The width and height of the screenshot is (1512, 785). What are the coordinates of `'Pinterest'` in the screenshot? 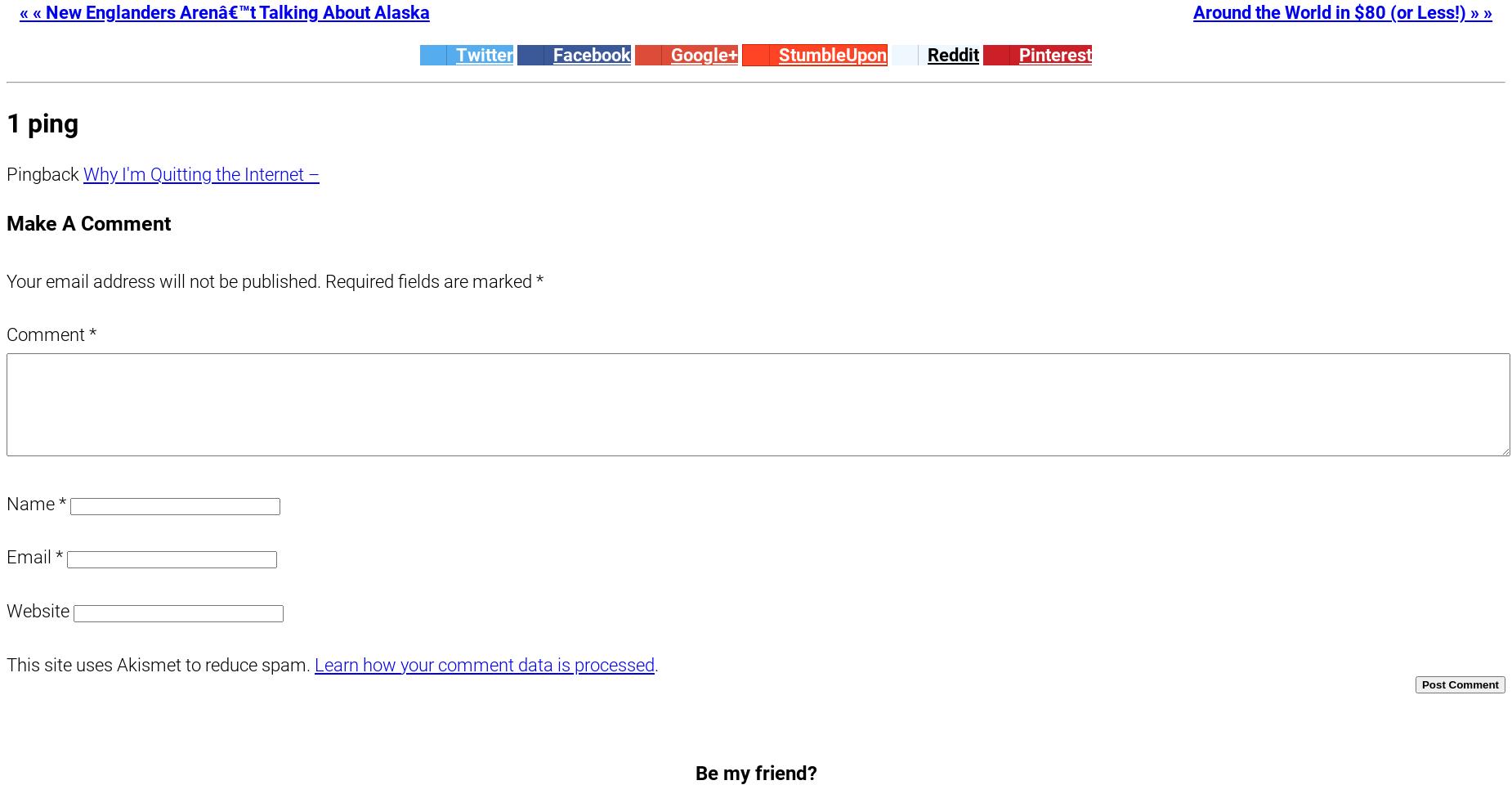 It's located at (1054, 55).